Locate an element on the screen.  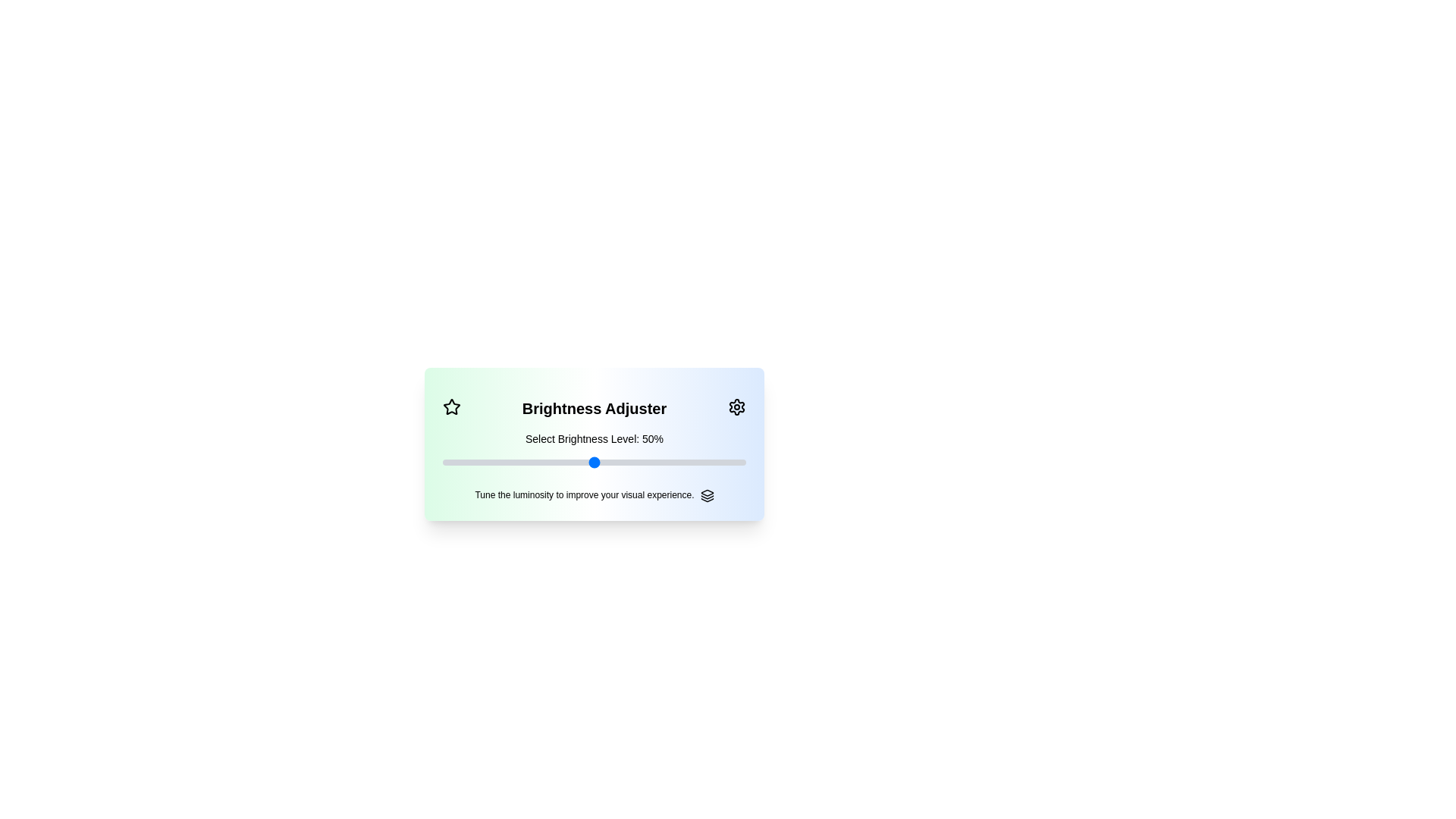
the slider input field using the keyboard is located at coordinates (593, 461).